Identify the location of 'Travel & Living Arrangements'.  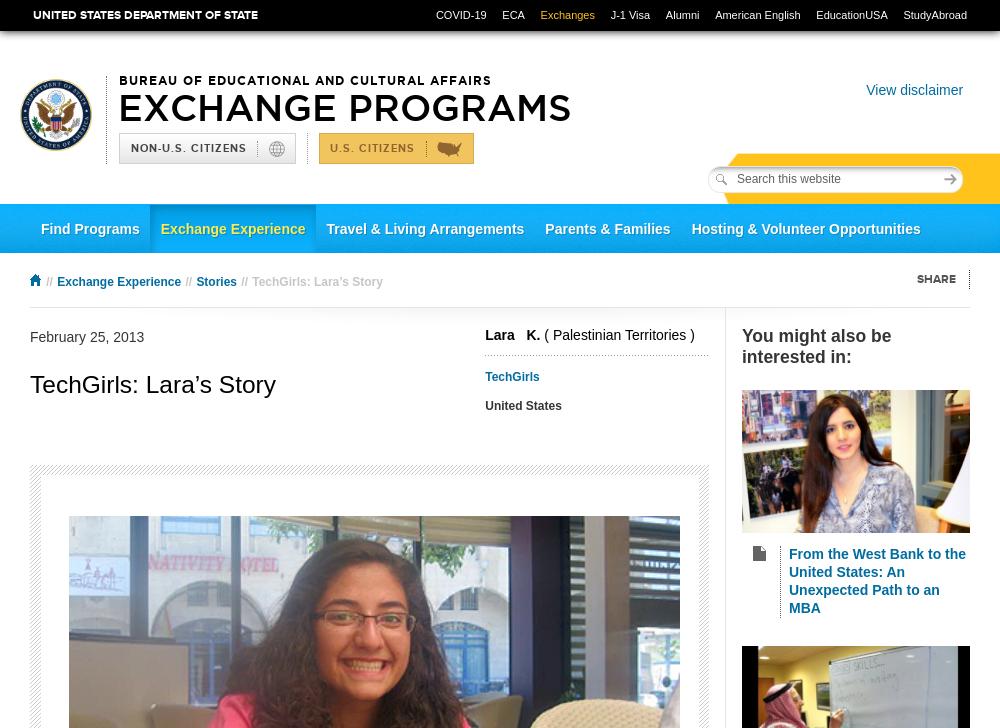
(425, 228).